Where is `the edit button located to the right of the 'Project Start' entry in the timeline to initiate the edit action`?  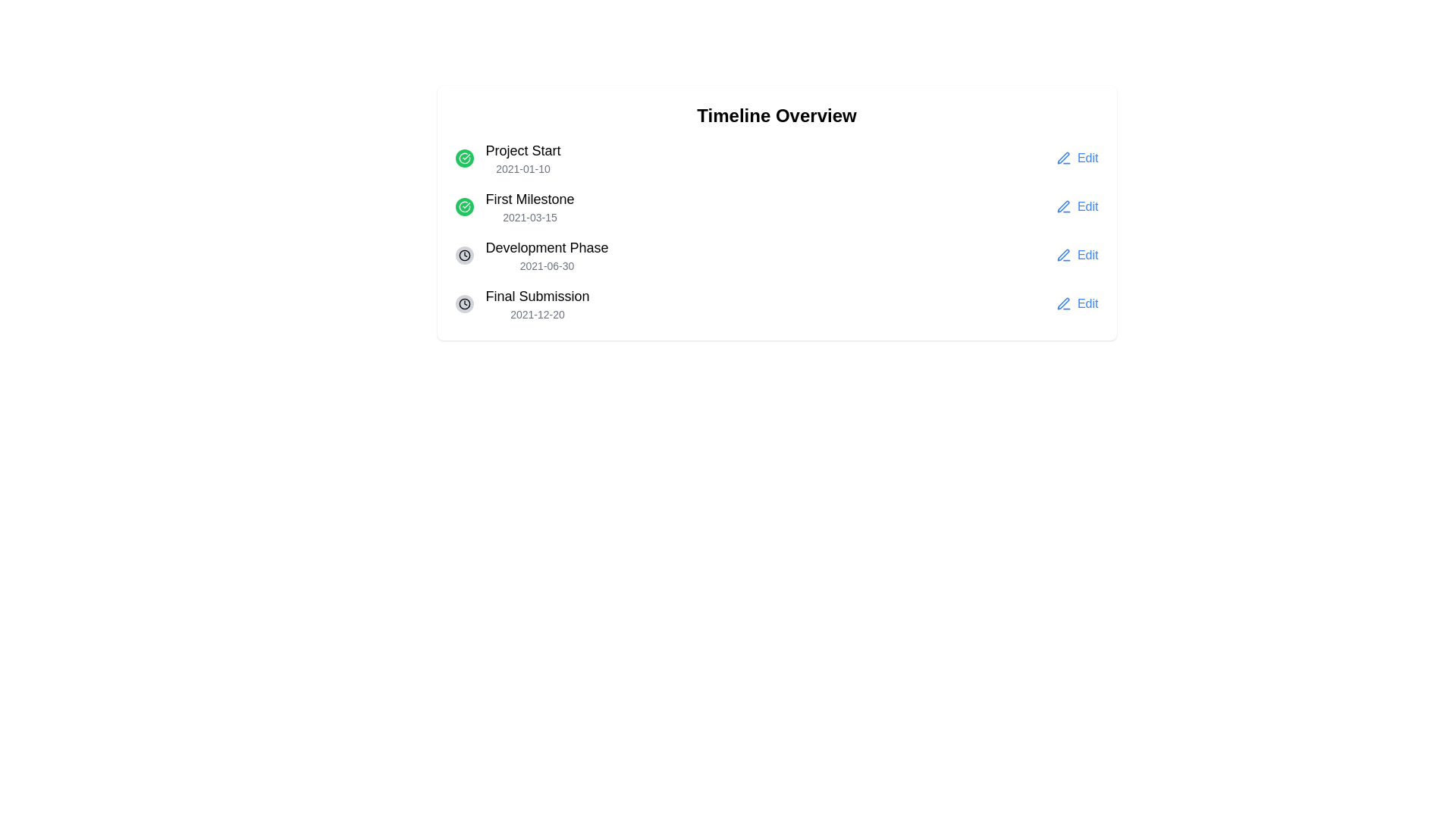
the edit button located to the right of the 'Project Start' entry in the timeline to initiate the edit action is located at coordinates (1076, 158).